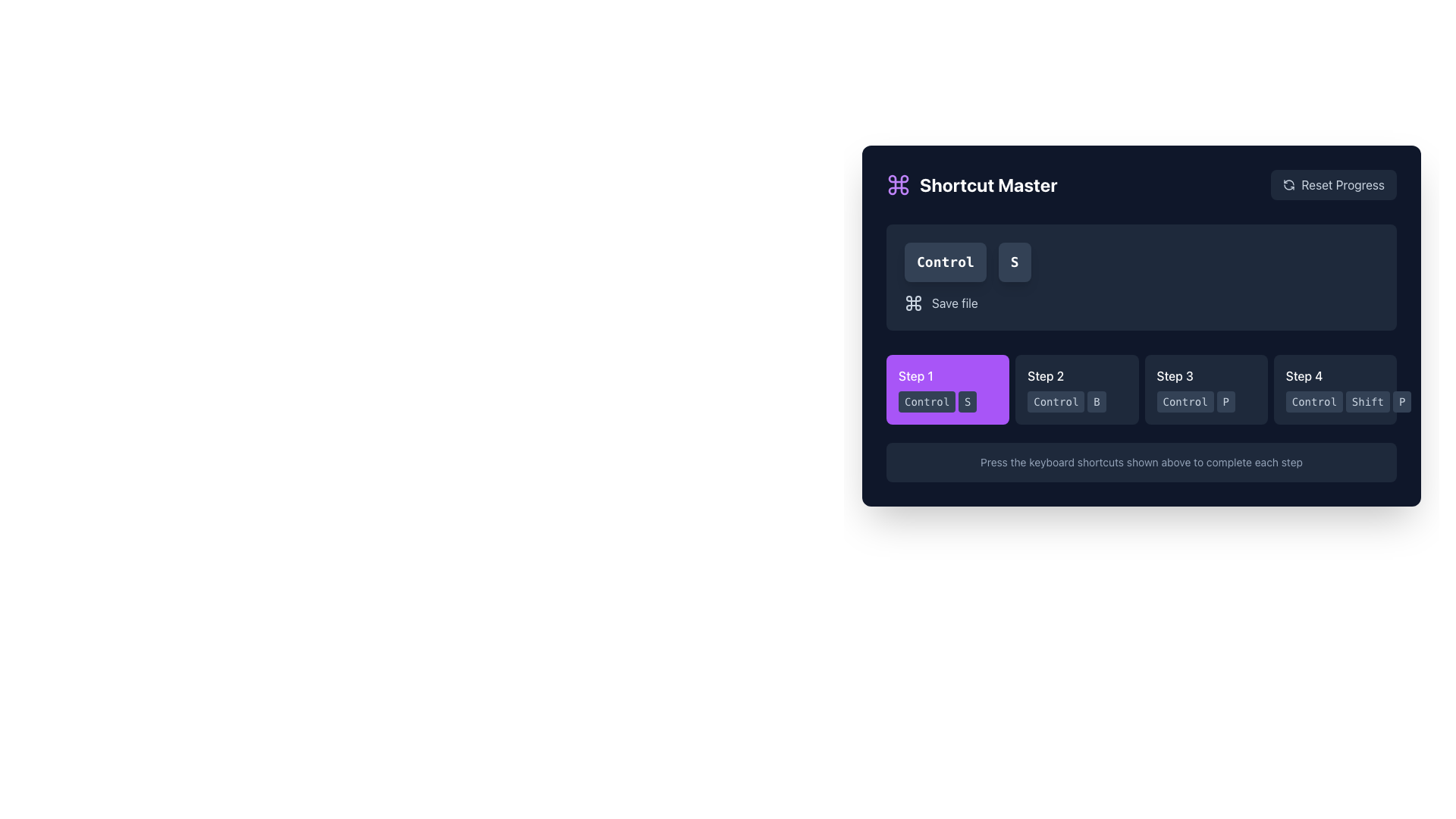 The image size is (1456, 819). Describe the element at coordinates (1288, 184) in the screenshot. I see `the circular refresh icon located to the left of the 'Reset Progress' button in the 'Shortcut Master' box` at that location.